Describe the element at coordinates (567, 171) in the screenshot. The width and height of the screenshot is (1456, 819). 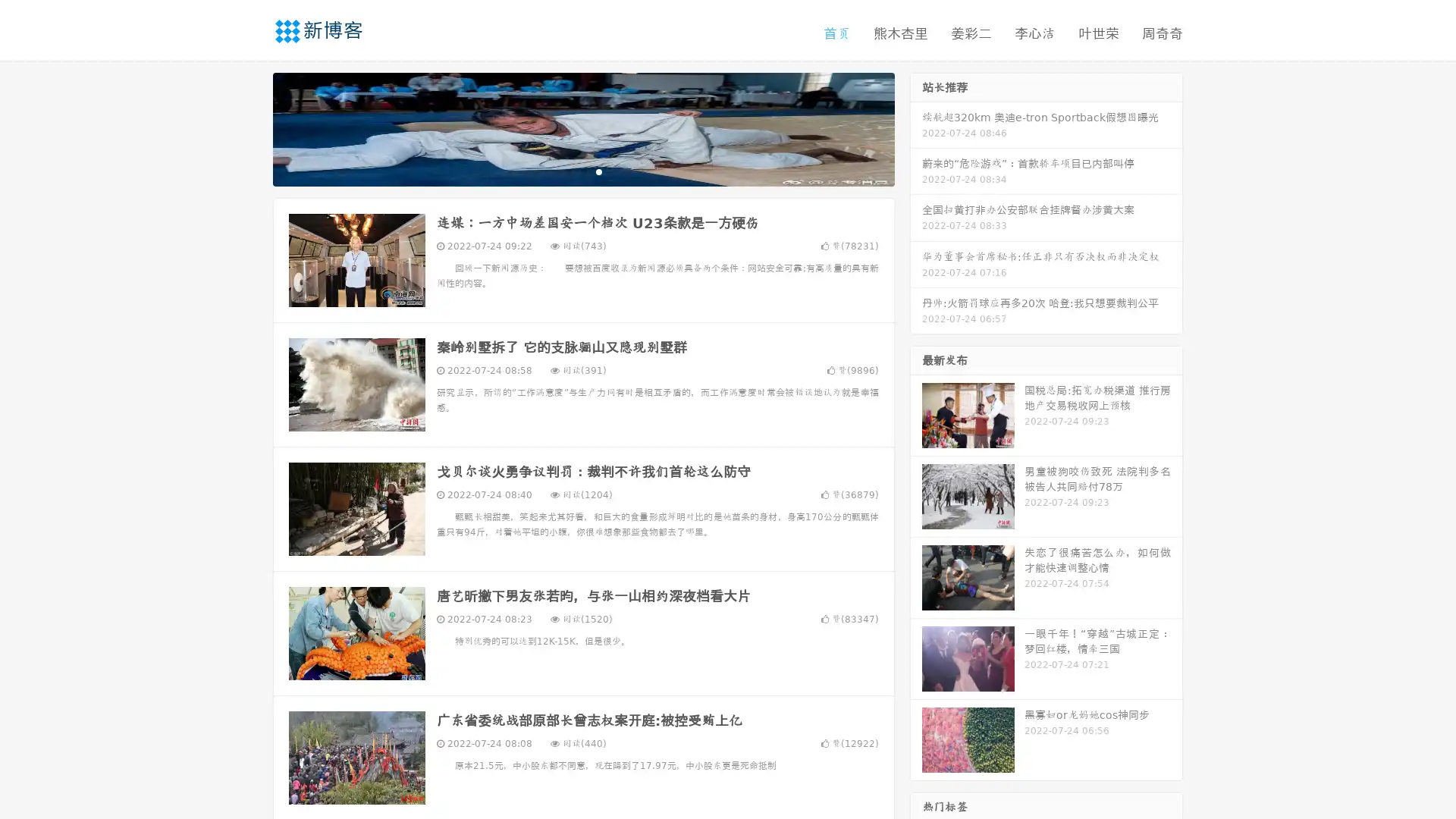
I see `Go to slide 1` at that location.